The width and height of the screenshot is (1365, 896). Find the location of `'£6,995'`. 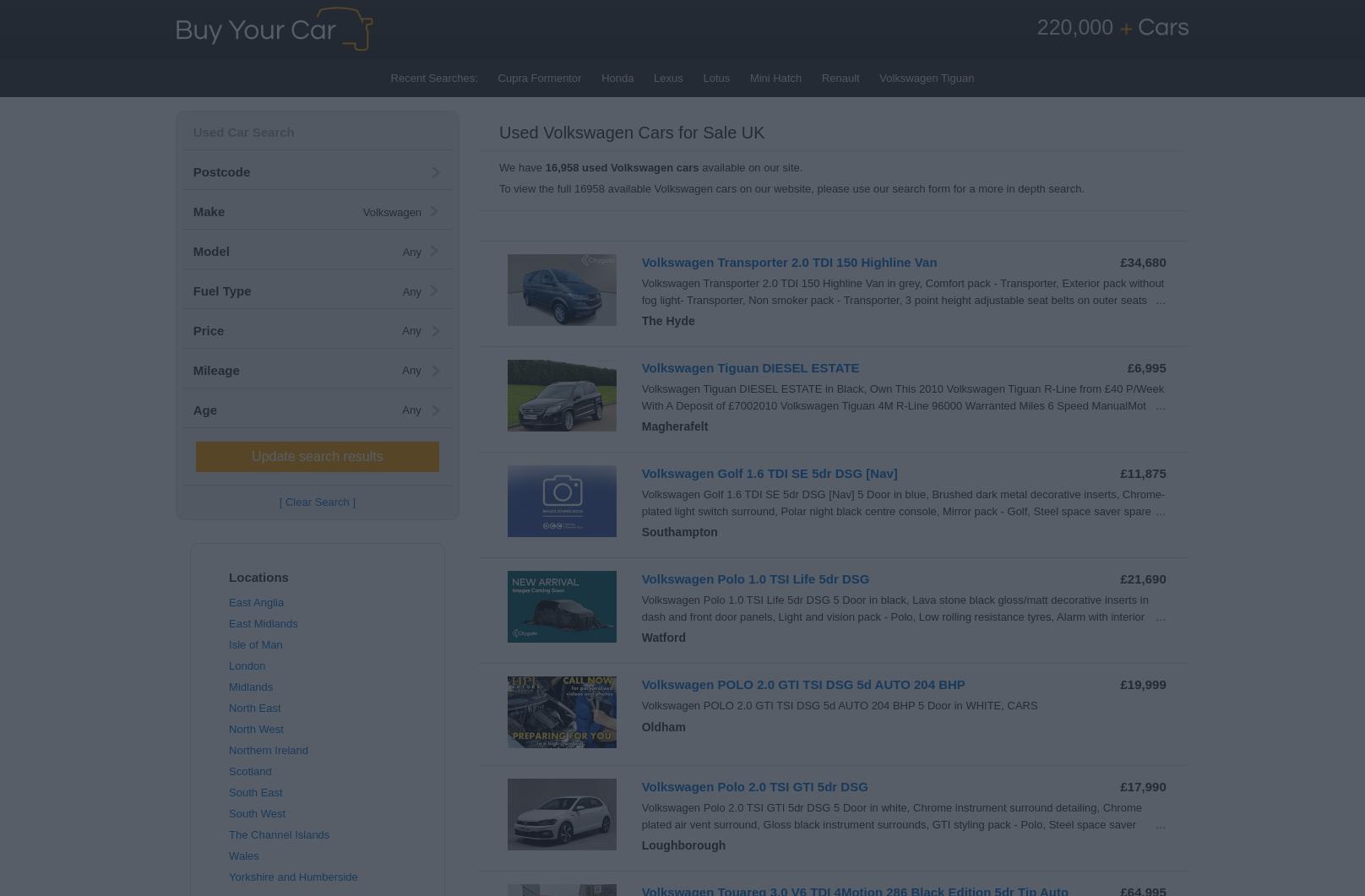

'£6,995' is located at coordinates (1145, 367).